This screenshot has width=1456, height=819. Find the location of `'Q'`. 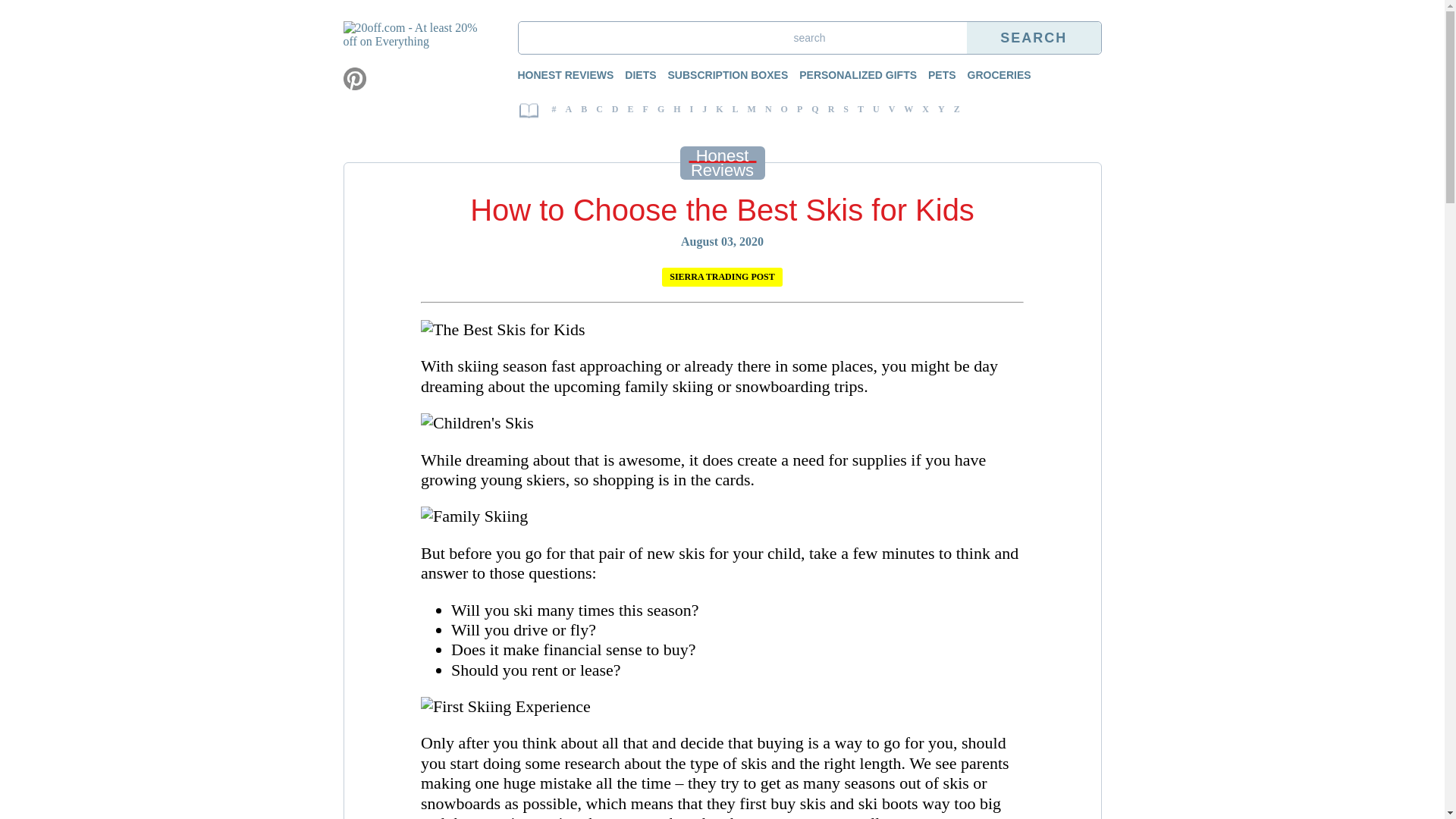

'Q' is located at coordinates (814, 108).